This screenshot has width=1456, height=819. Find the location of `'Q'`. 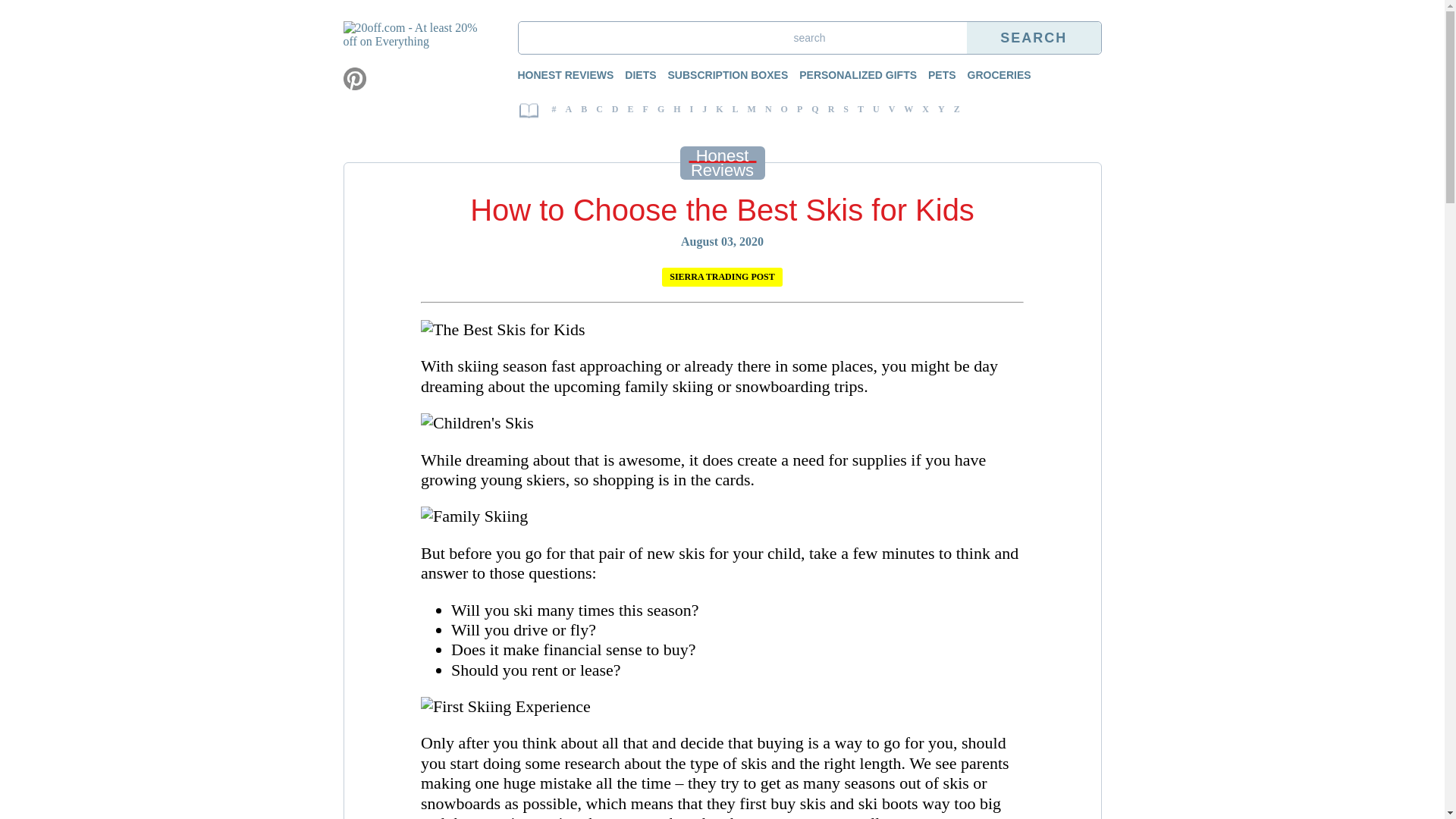

'Q' is located at coordinates (814, 108).